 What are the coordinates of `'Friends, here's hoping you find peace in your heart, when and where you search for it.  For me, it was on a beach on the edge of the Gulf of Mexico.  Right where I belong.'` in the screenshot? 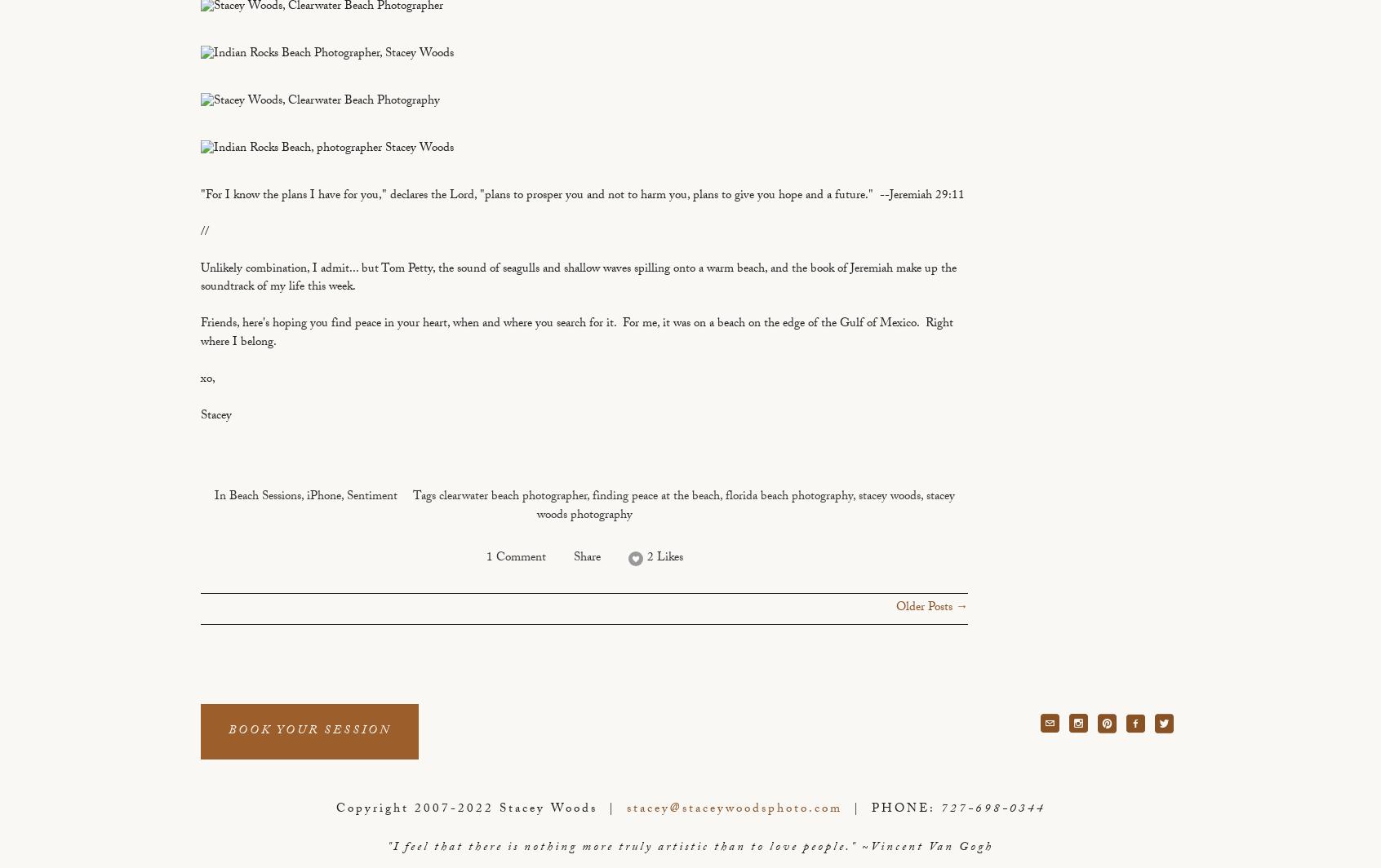 It's located at (575, 334).